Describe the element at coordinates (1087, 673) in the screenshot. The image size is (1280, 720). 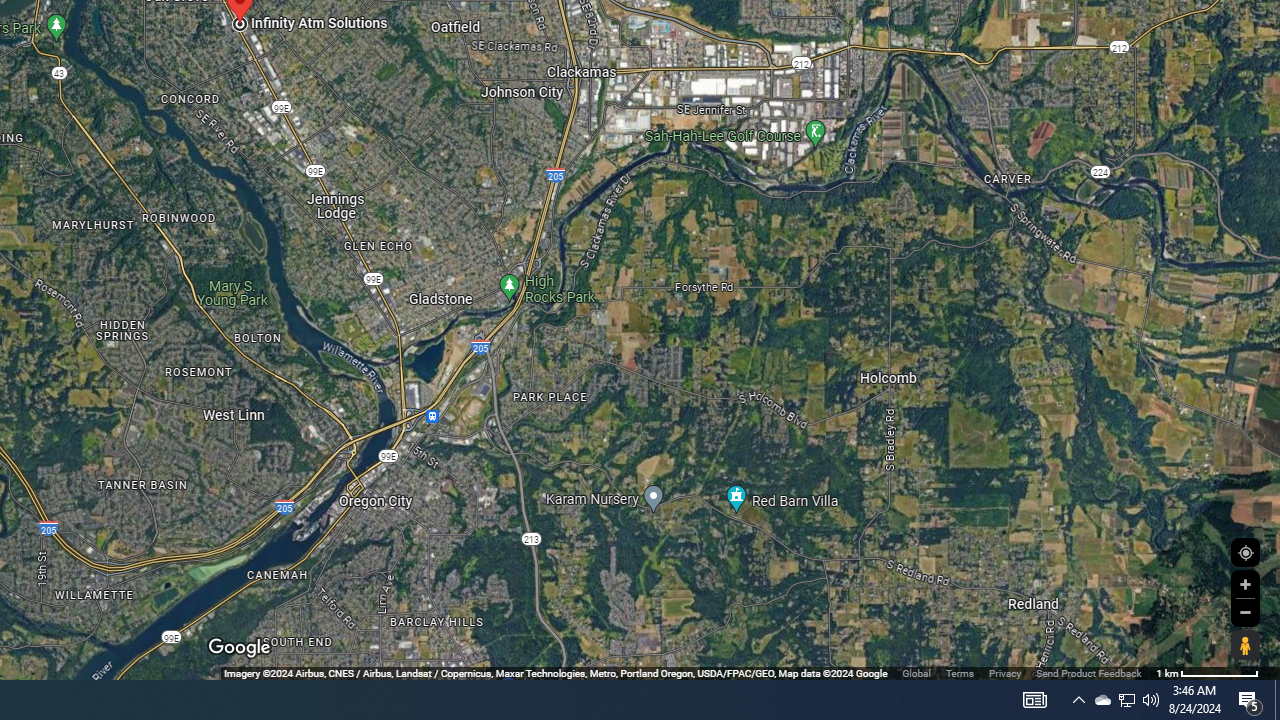
I see `'Send Product Feedback'` at that location.